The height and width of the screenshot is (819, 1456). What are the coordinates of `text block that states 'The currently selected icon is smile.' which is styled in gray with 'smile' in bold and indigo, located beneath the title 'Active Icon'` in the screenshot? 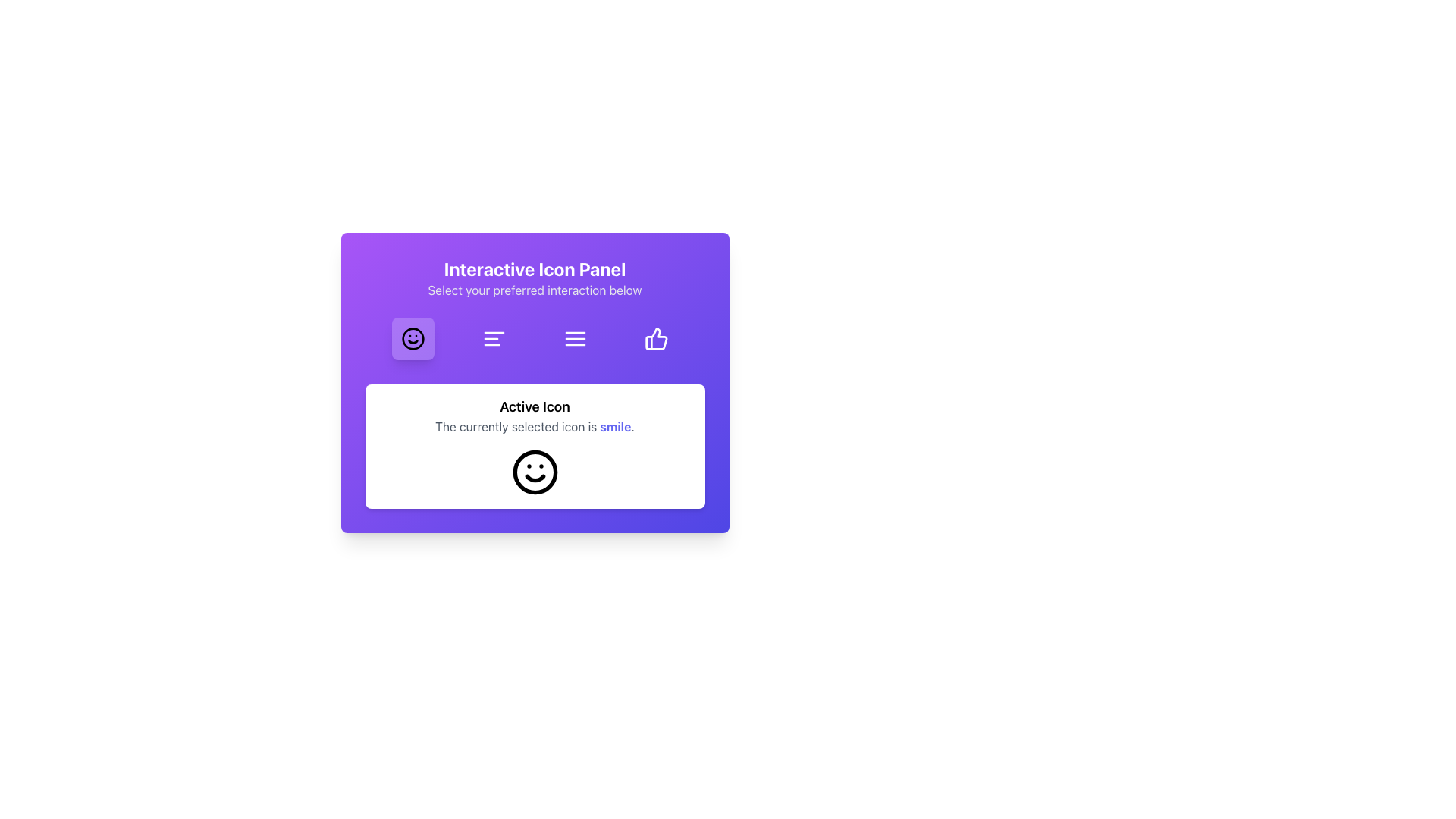 It's located at (535, 427).